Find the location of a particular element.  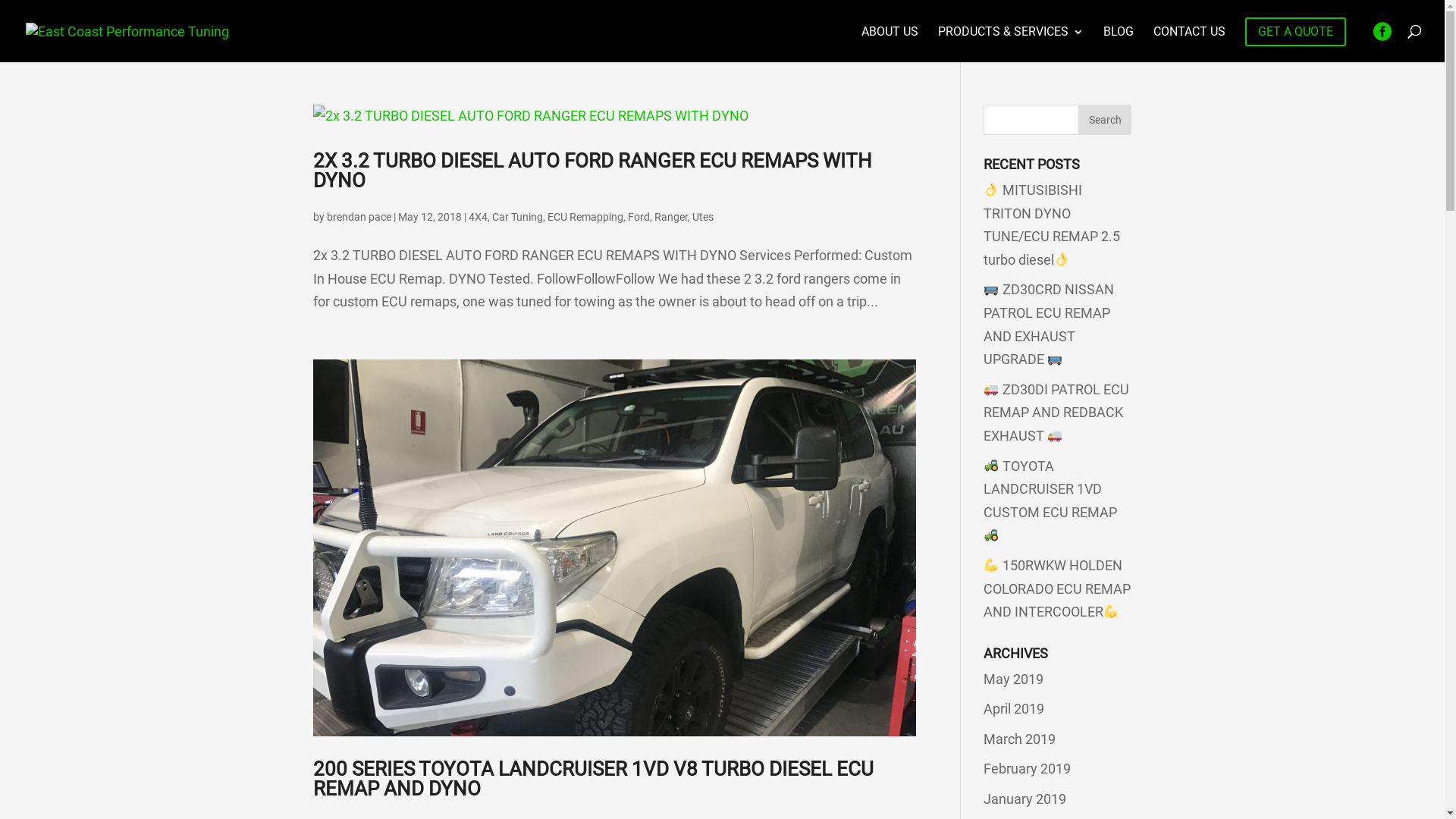

'Car Tuning' is located at coordinates (516, 216).